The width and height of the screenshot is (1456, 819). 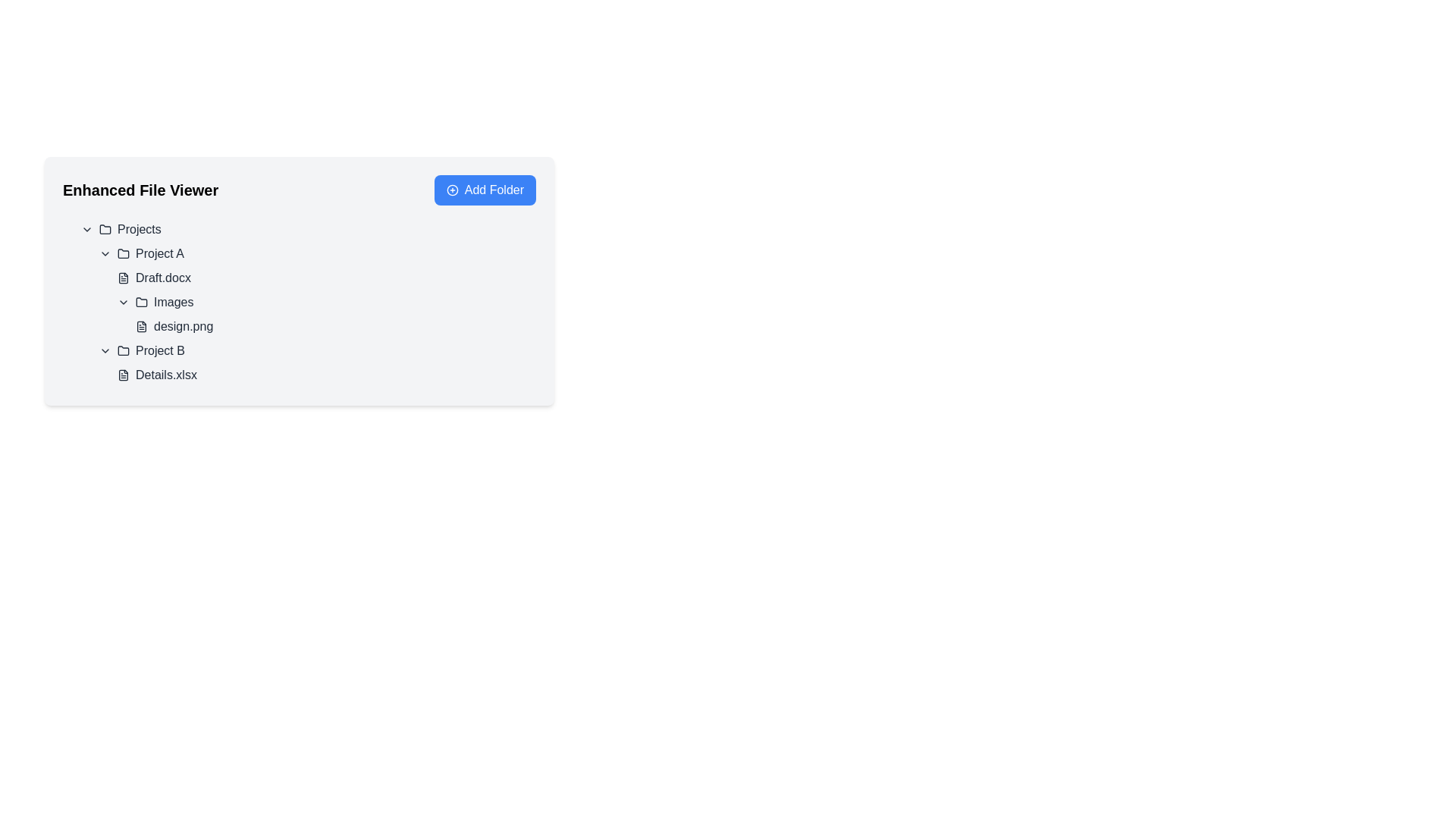 I want to click on the file icon representing 'Draft.docx', so click(x=124, y=278).